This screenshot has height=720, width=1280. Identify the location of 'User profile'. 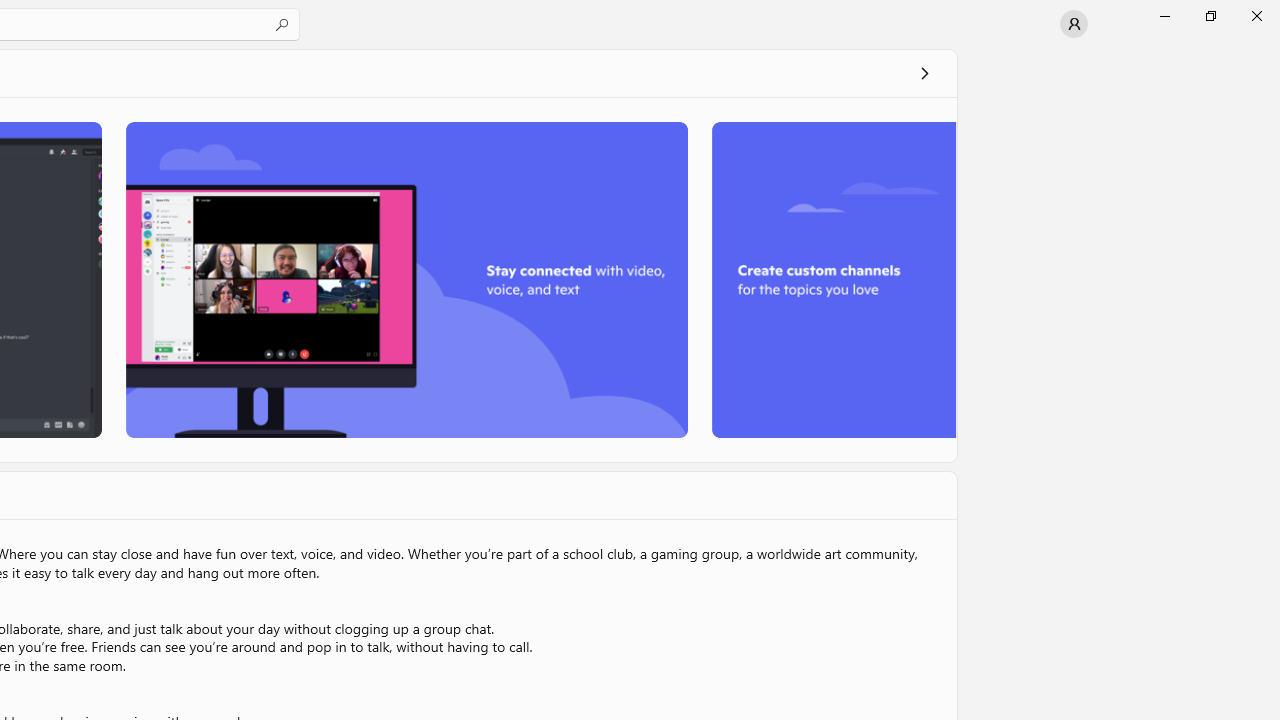
(1072, 24).